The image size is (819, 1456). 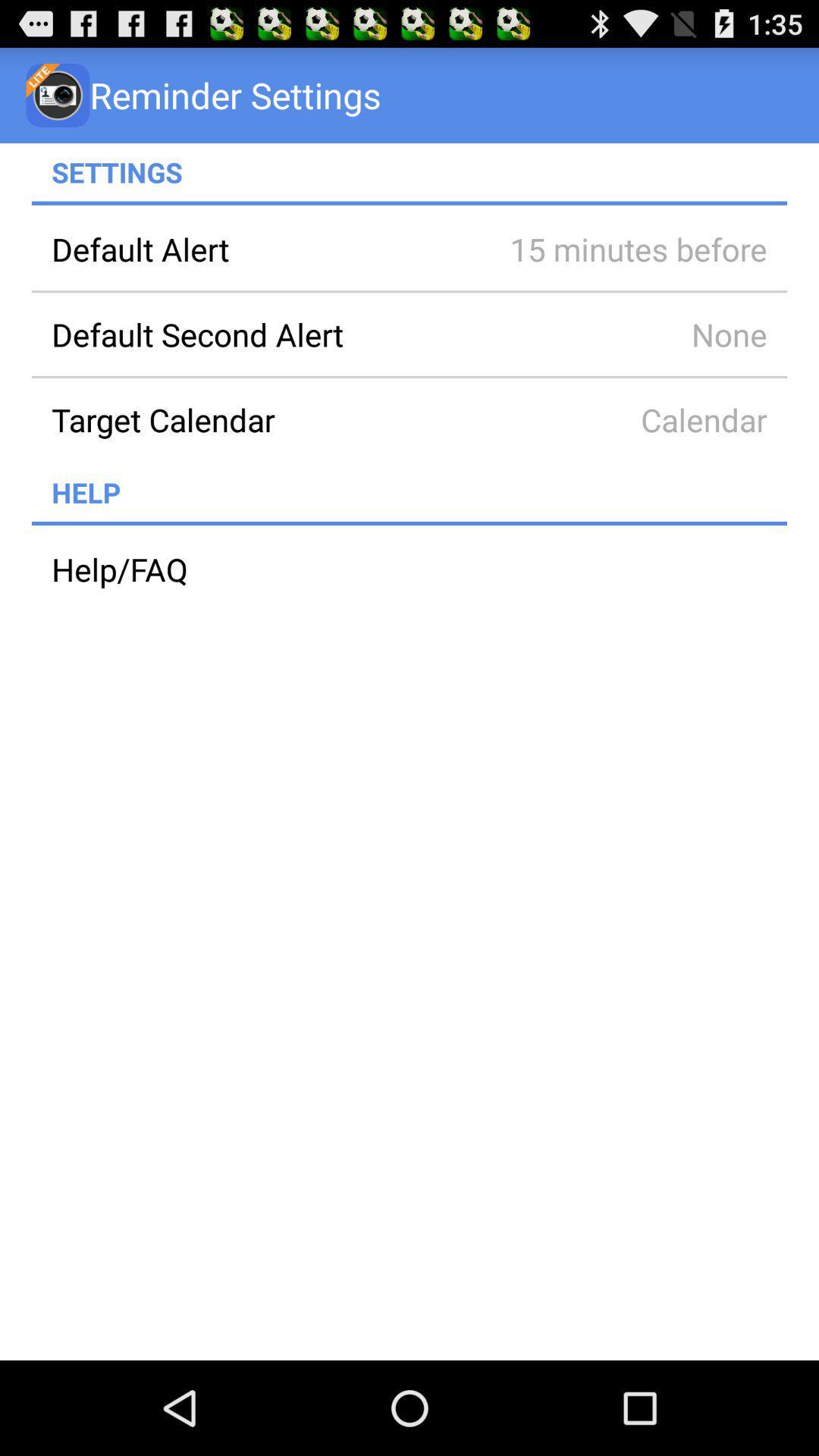 What do you see at coordinates (617, 334) in the screenshot?
I see `the item above the calendar` at bounding box center [617, 334].